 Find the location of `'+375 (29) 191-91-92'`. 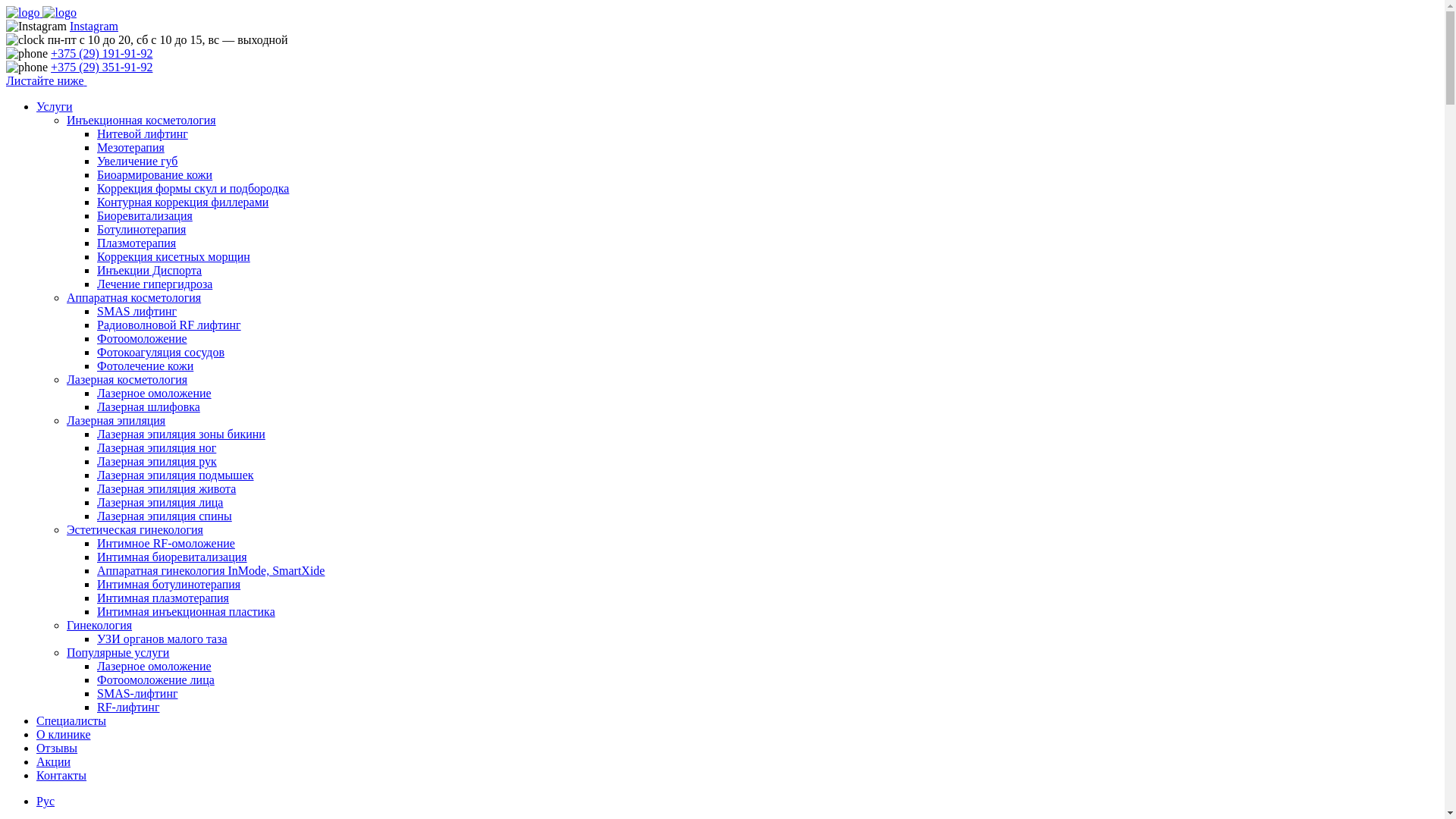

'+375 (29) 191-91-92' is located at coordinates (51, 52).